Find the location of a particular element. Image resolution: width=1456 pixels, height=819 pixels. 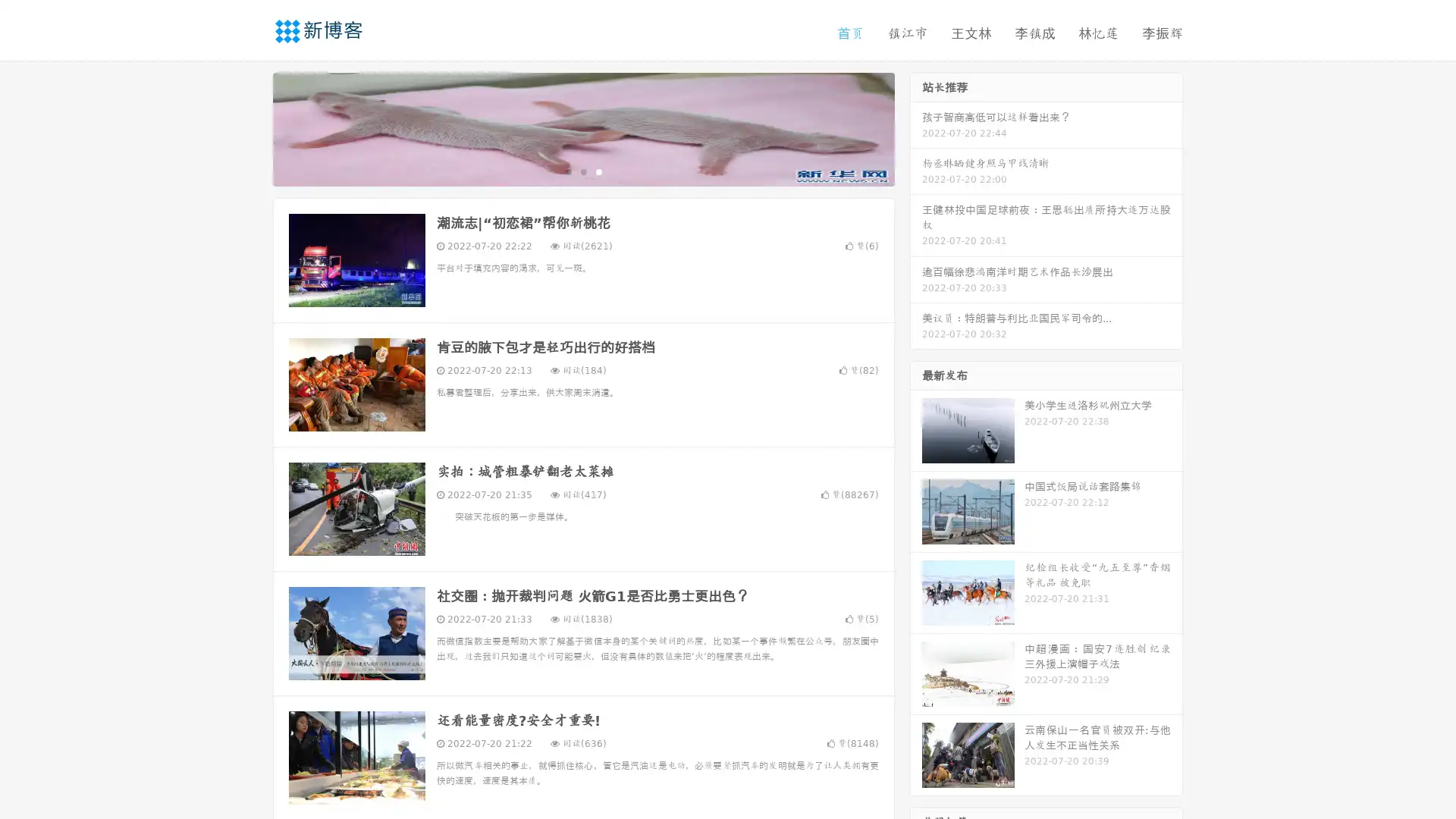

Go to slide 3 is located at coordinates (598, 171).